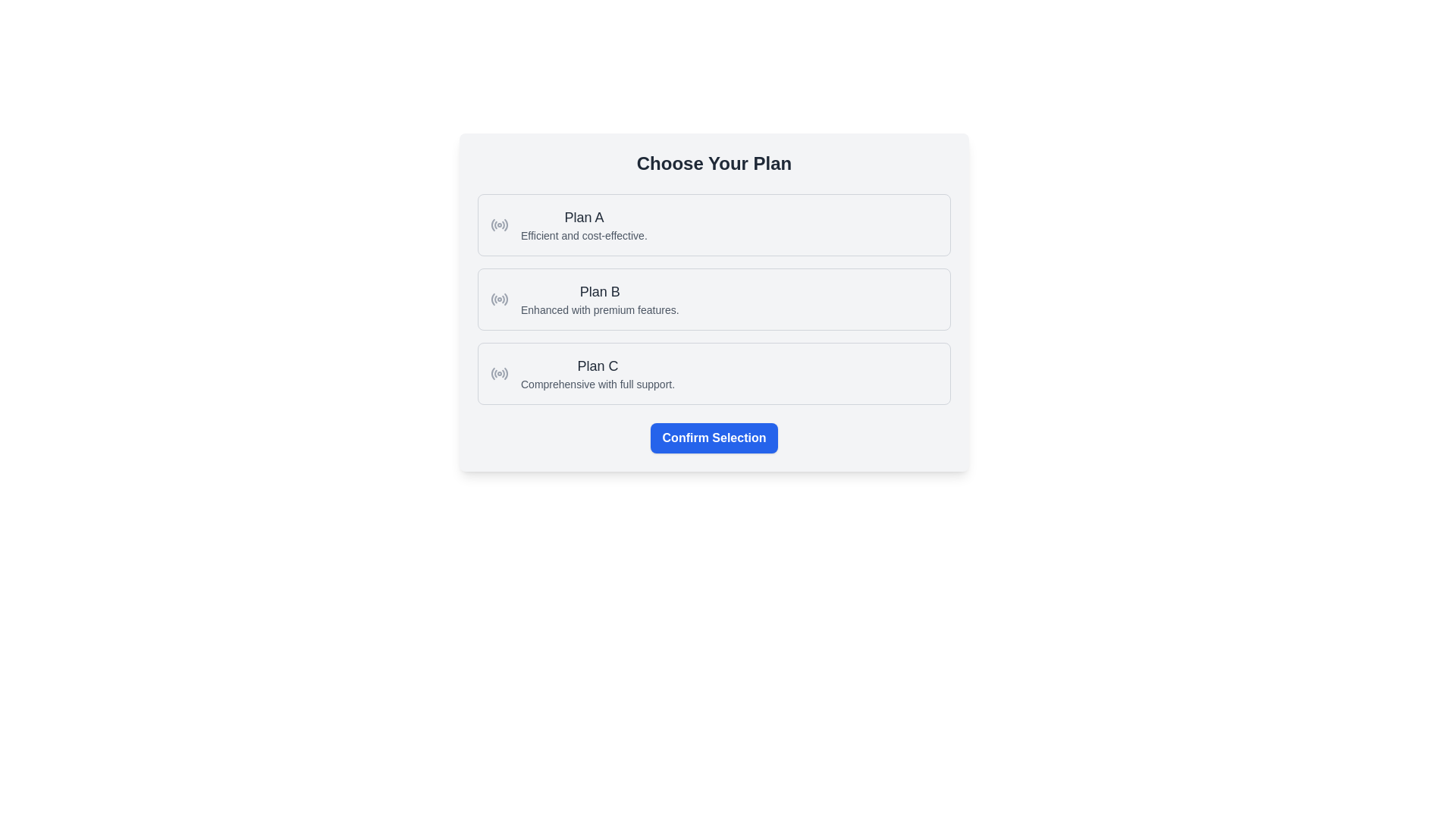  What do you see at coordinates (713, 438) in the screenshot?
I see `the confirm button at the bottom of the 'Choose Your Plan' dialog` at bounding box center [713, 438].